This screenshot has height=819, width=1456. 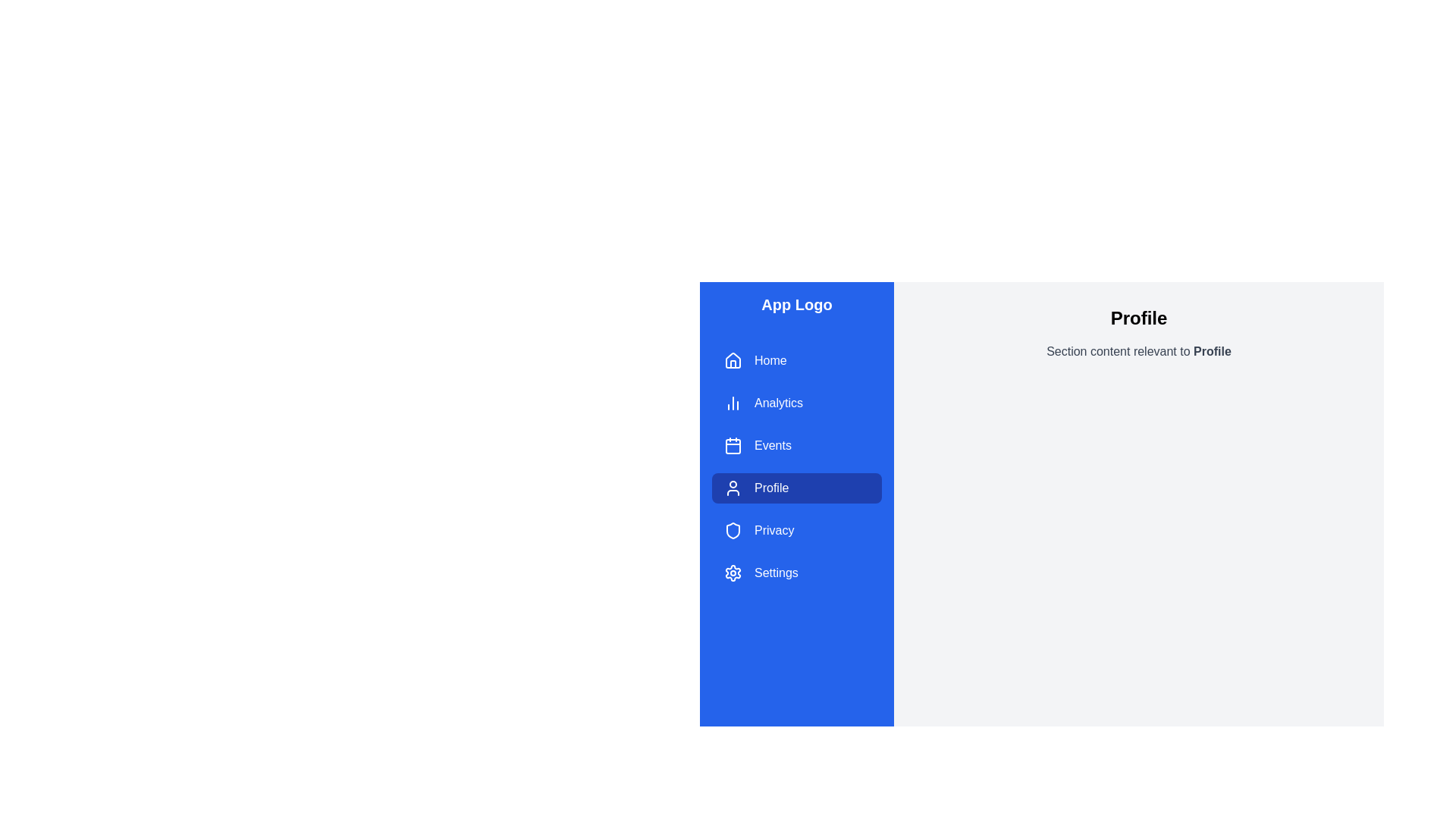 What do you see at coordinates (776, 573) in the screenshot?
I see `the 'Settings' text label in the blue sidebar menu` at bounding box center [776, 573].